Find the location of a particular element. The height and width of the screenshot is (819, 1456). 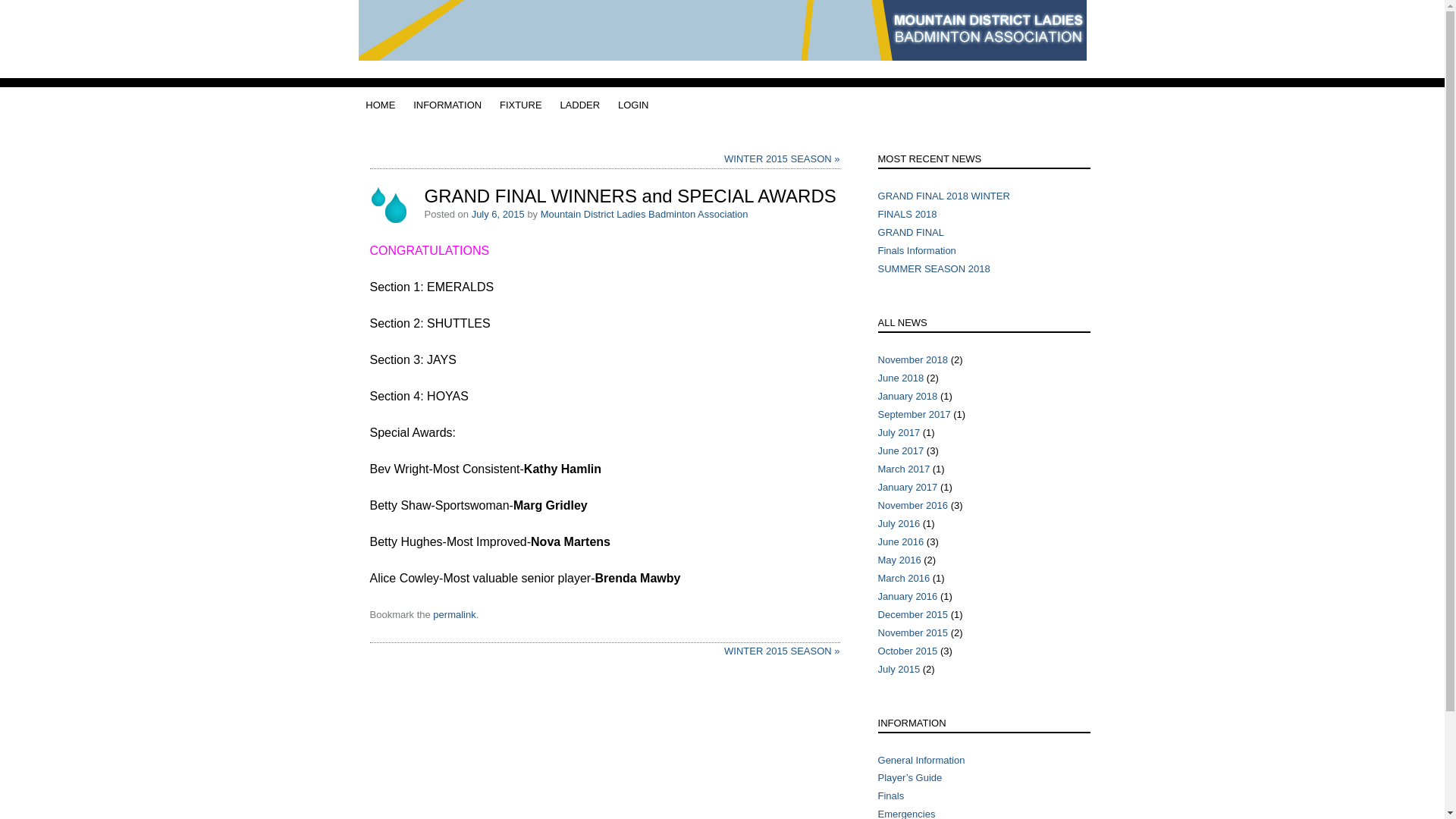

'SUMMER SEASON 2018' is located at coordinates (934, 268).